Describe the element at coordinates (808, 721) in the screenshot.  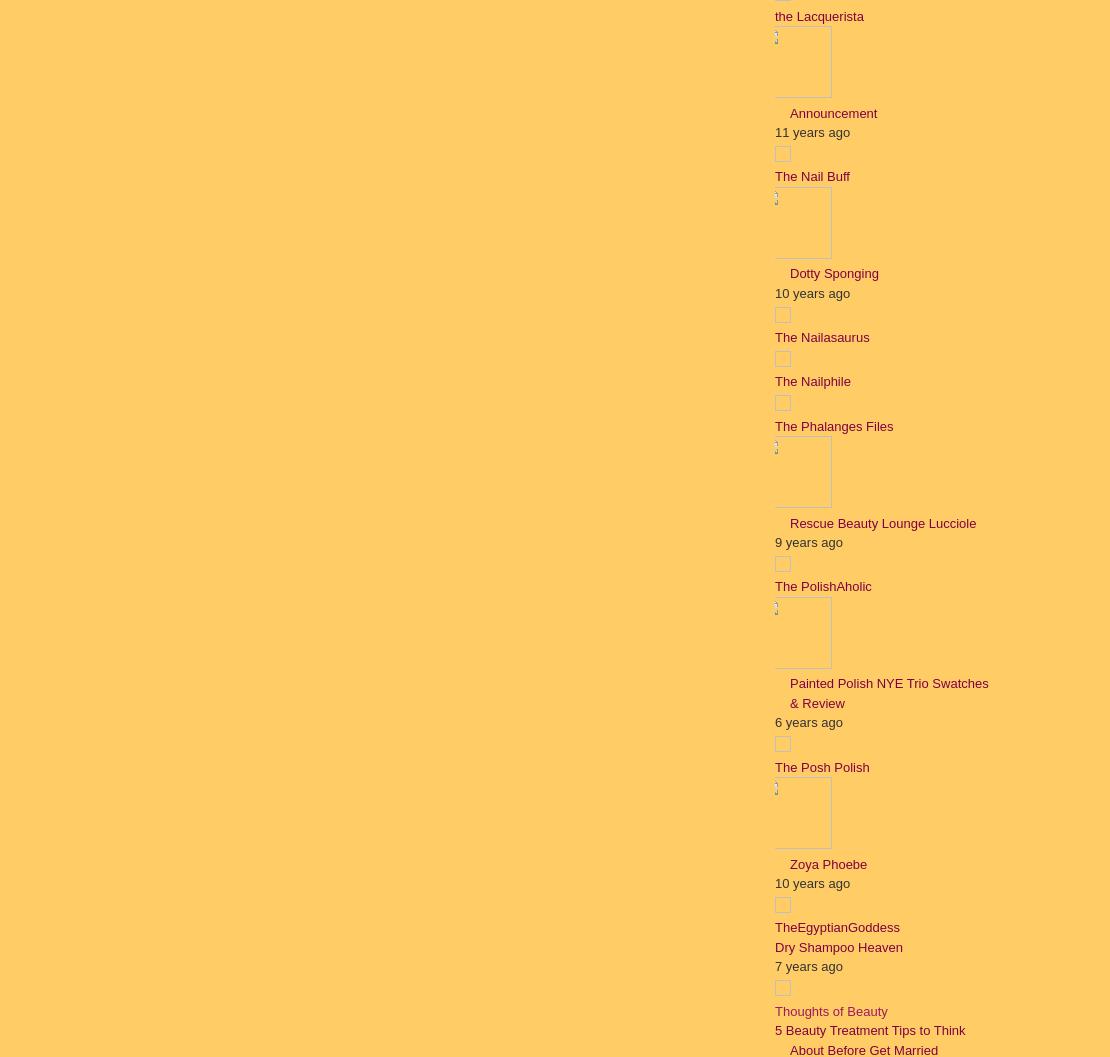
I see `'6 years ago'` at that location.